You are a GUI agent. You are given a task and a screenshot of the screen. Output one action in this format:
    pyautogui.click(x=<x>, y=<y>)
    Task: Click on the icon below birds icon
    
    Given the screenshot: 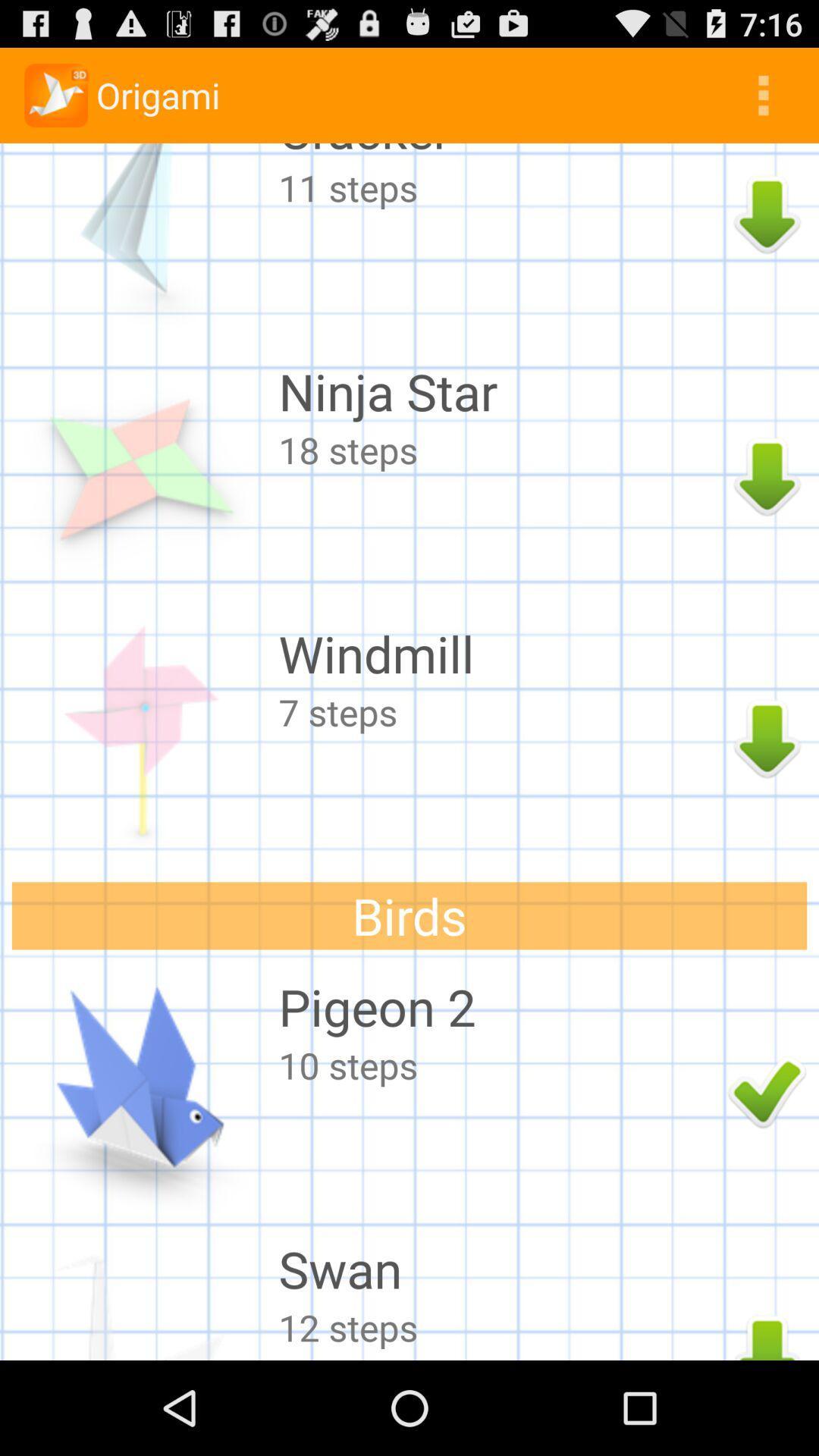 What is the action you would take?
    pyautogui.click(x=499, y=1006)
    